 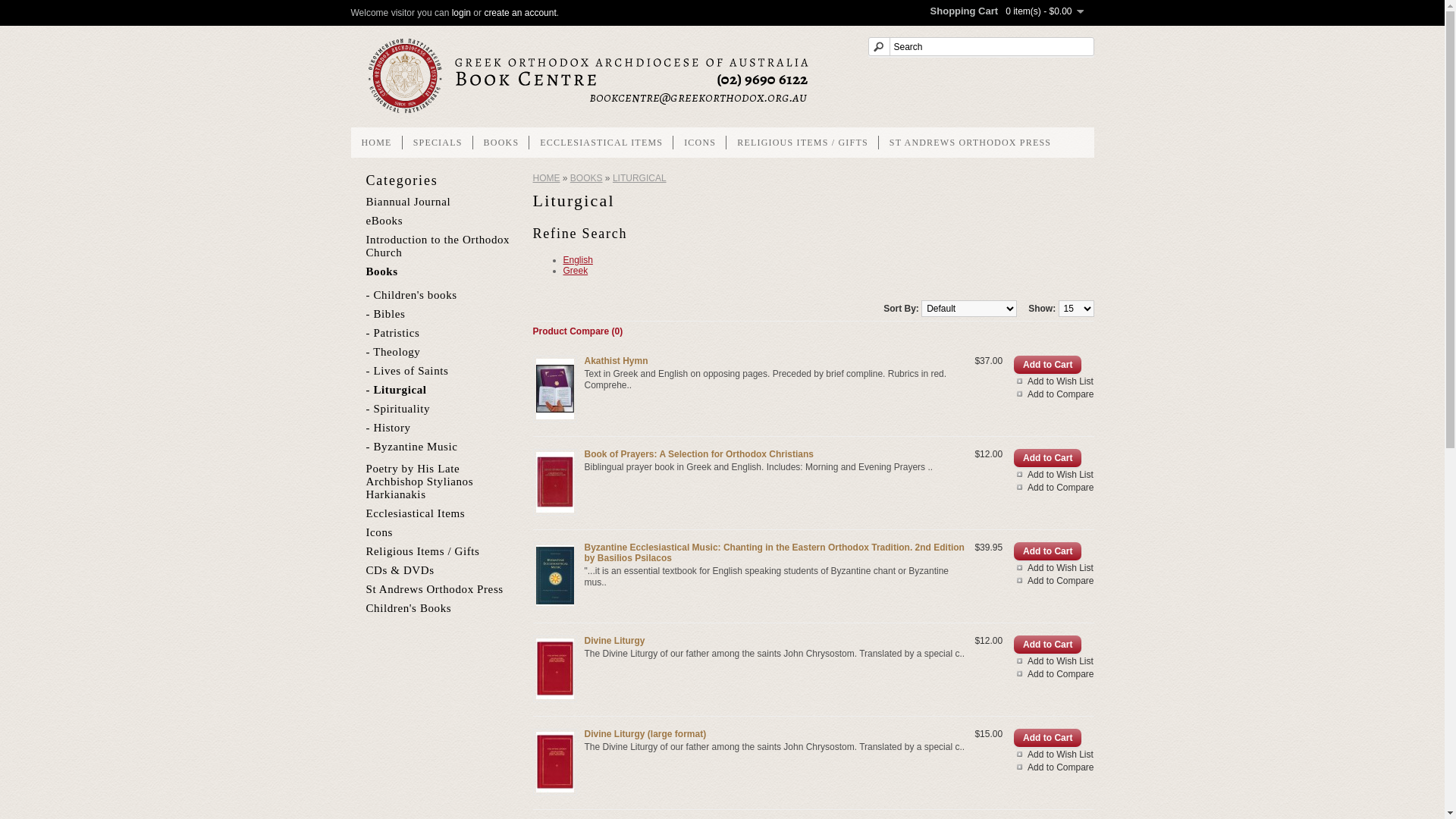 I want to click on '- Liturgical', so click(x=440, y=389).